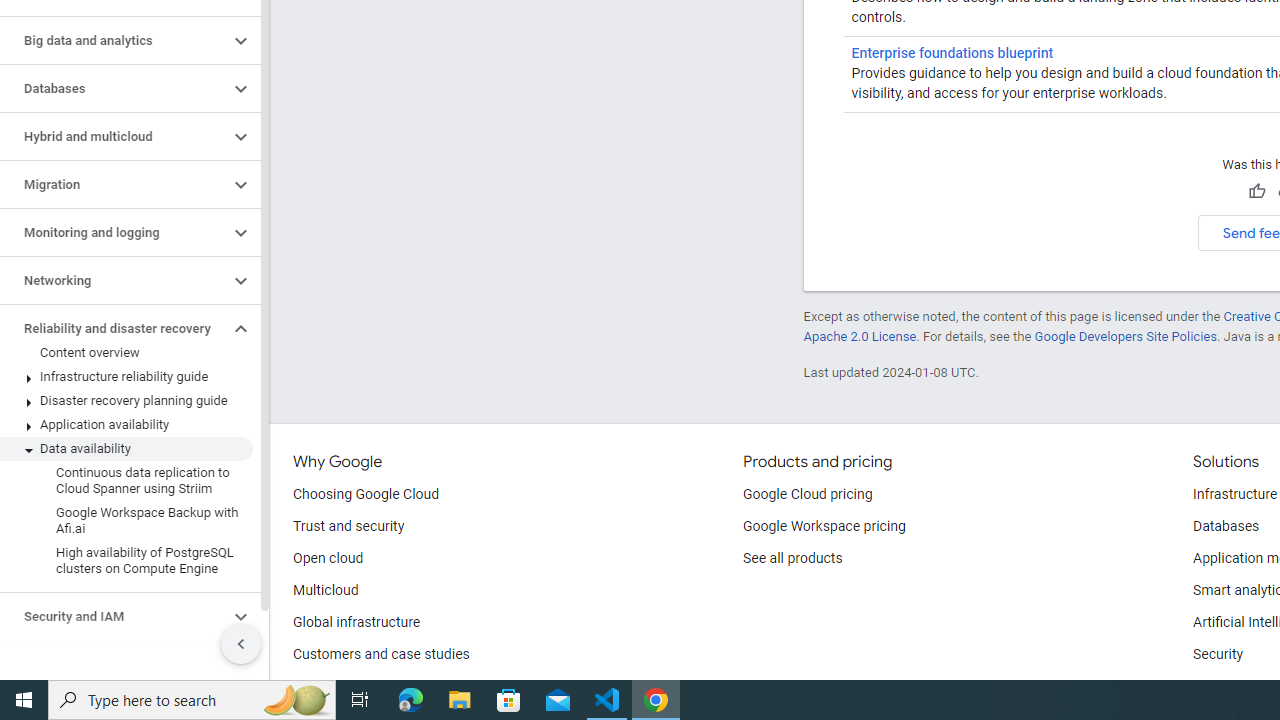  Describe the element at coordinates (113, 281) in the screenshot. I see `'Networking'` at that location.